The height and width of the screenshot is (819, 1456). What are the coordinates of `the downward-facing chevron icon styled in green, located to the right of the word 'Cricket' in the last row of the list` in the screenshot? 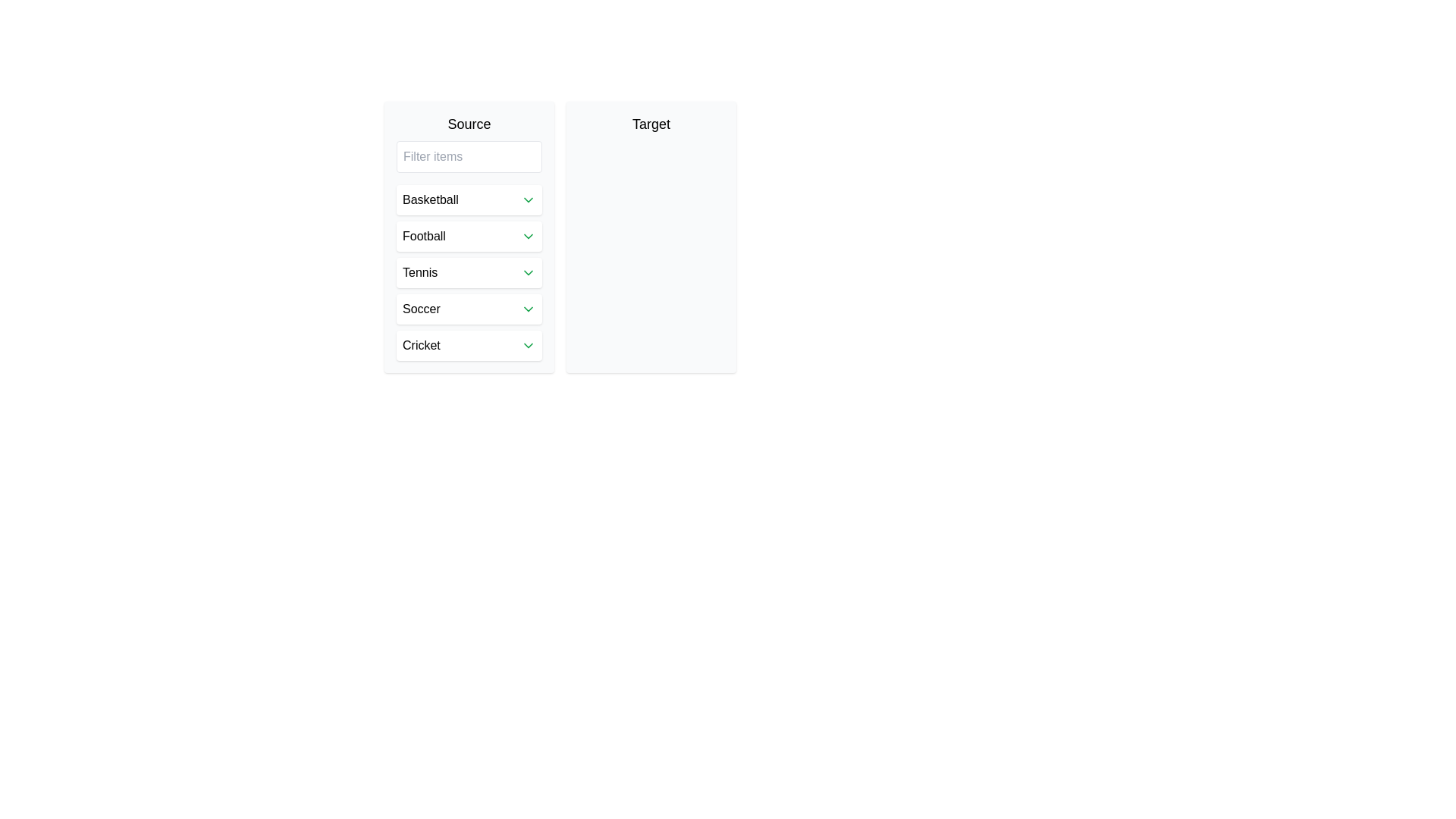 It's located at (528, 345).